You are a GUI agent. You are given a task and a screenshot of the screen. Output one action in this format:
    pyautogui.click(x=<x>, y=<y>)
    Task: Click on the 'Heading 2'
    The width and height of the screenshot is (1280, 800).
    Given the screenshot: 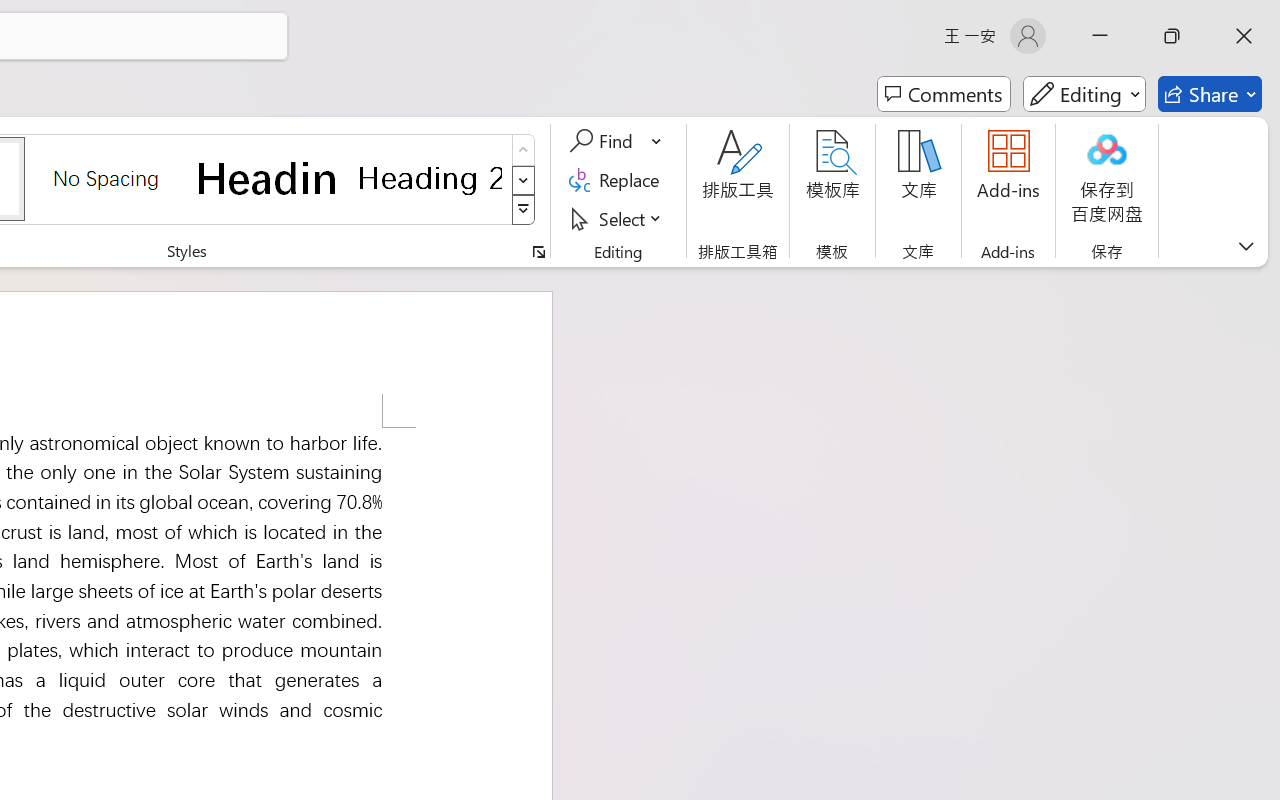 What is the action you would take?
    pyautogui.click(x=429, y=177)
    